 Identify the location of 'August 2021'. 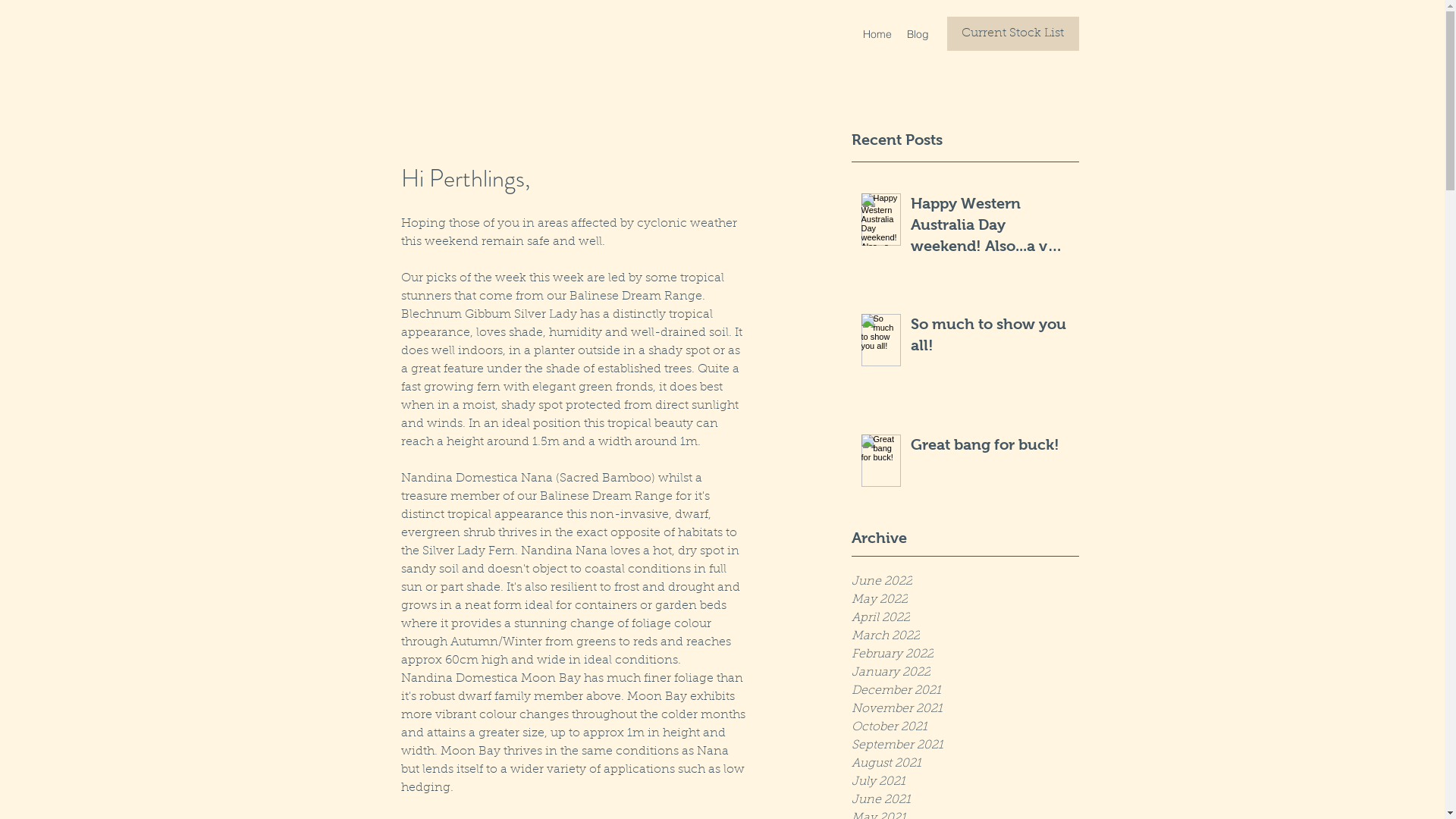
(964, 763).